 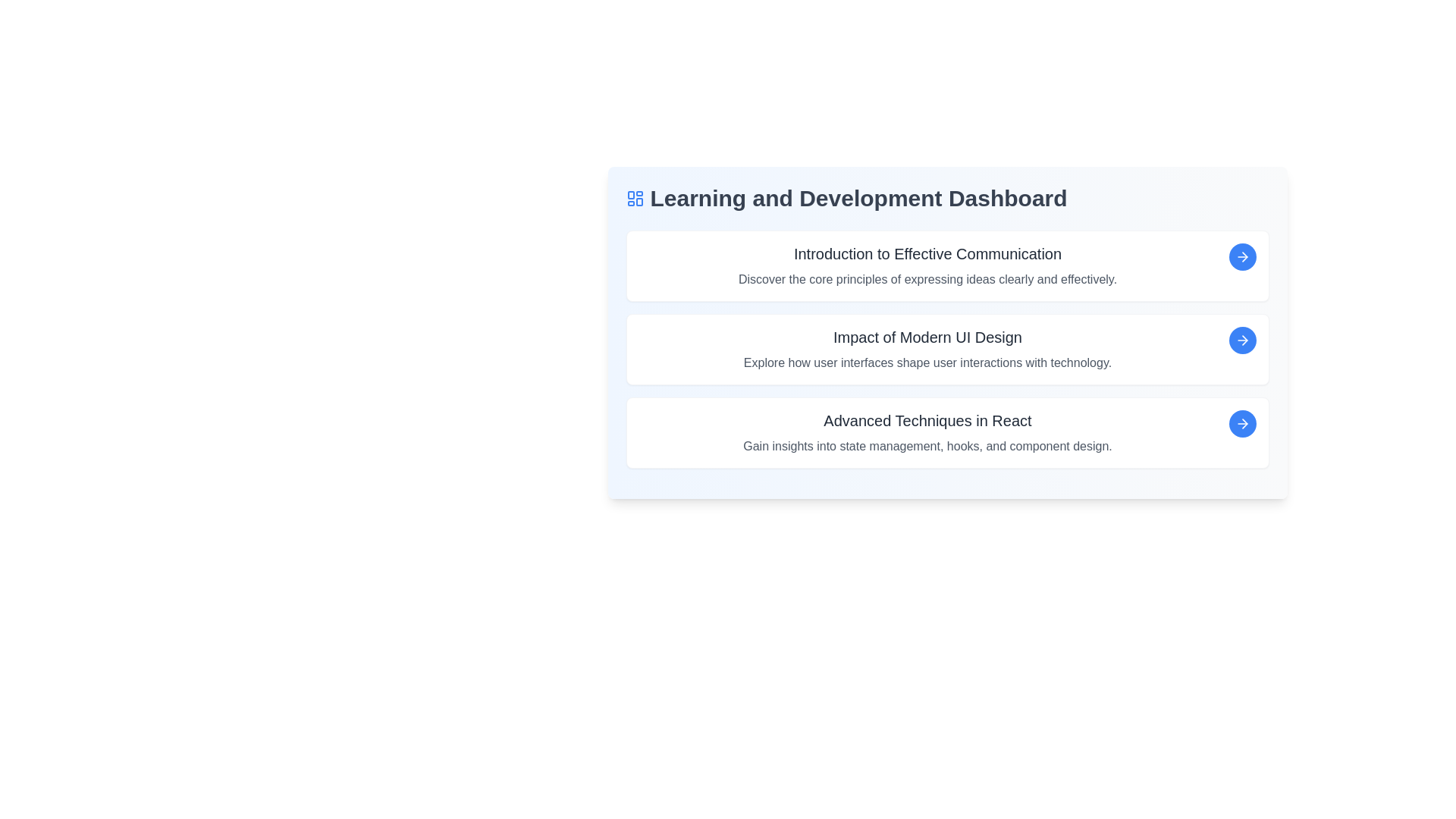 What do you see at coordinates (927, 265) in the screenshot?
I see `title and subtitle of the static text display located at the top center of the interface, which serves as a summary for the module` at bounding box center [927, 265].